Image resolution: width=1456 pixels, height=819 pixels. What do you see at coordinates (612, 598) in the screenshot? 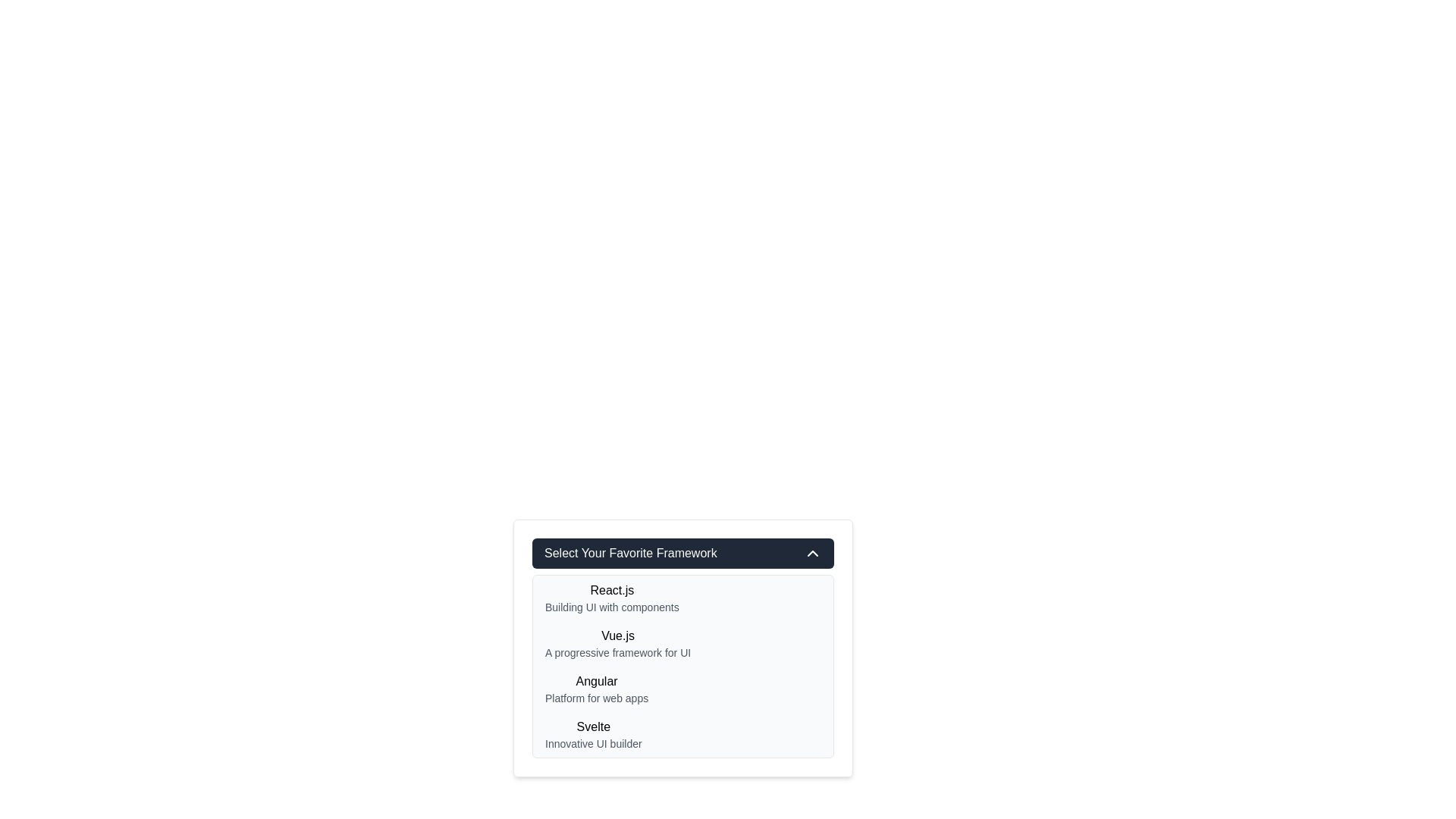
I see `the first list item that describes the 'React.js' framework, located directly below the header 'Select Your Favorite Framework'` at bounding box center [612, 598].